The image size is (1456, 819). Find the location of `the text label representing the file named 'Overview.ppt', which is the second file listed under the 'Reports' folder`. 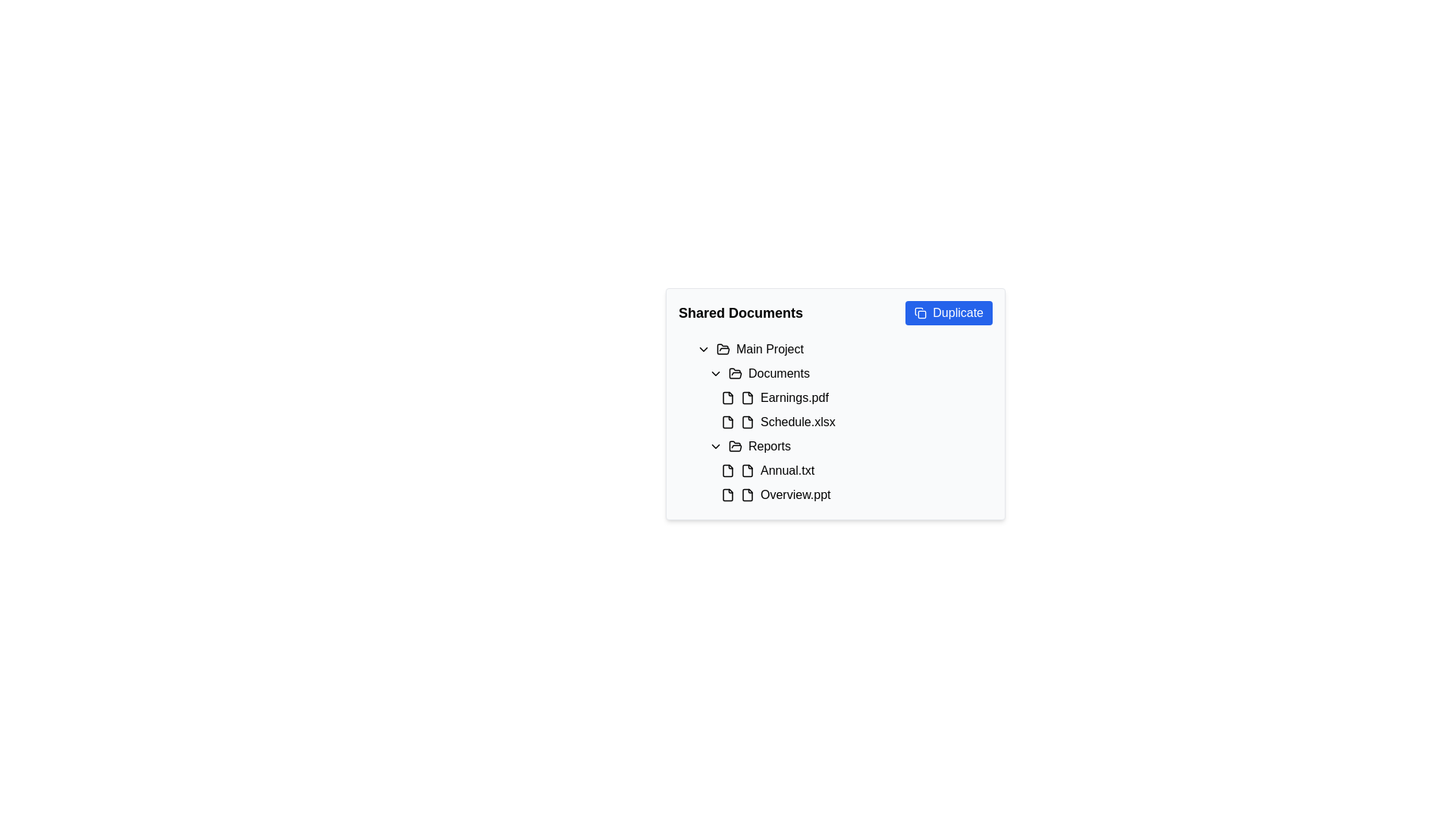

the text label representing the file named 'Overview.ppt', which is the second file listed under the 'Reports' folder is located at coordinates (795, 494).